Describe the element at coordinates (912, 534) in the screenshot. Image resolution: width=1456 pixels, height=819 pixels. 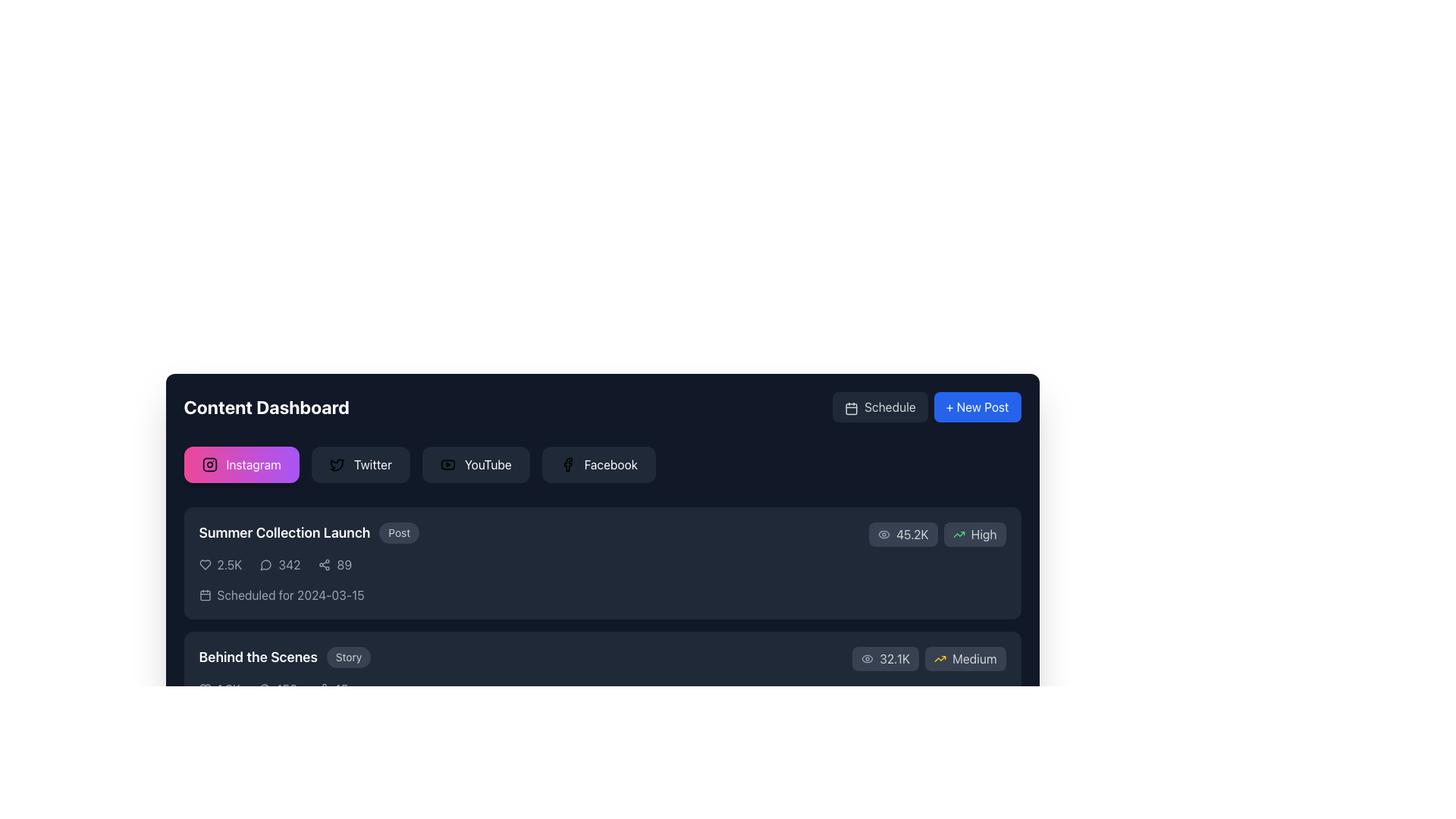
I see `the text display showing the numerical value '45.2K' located in the upper right area of the associated card or panel, styled with a gray color on a dark background` at that location.